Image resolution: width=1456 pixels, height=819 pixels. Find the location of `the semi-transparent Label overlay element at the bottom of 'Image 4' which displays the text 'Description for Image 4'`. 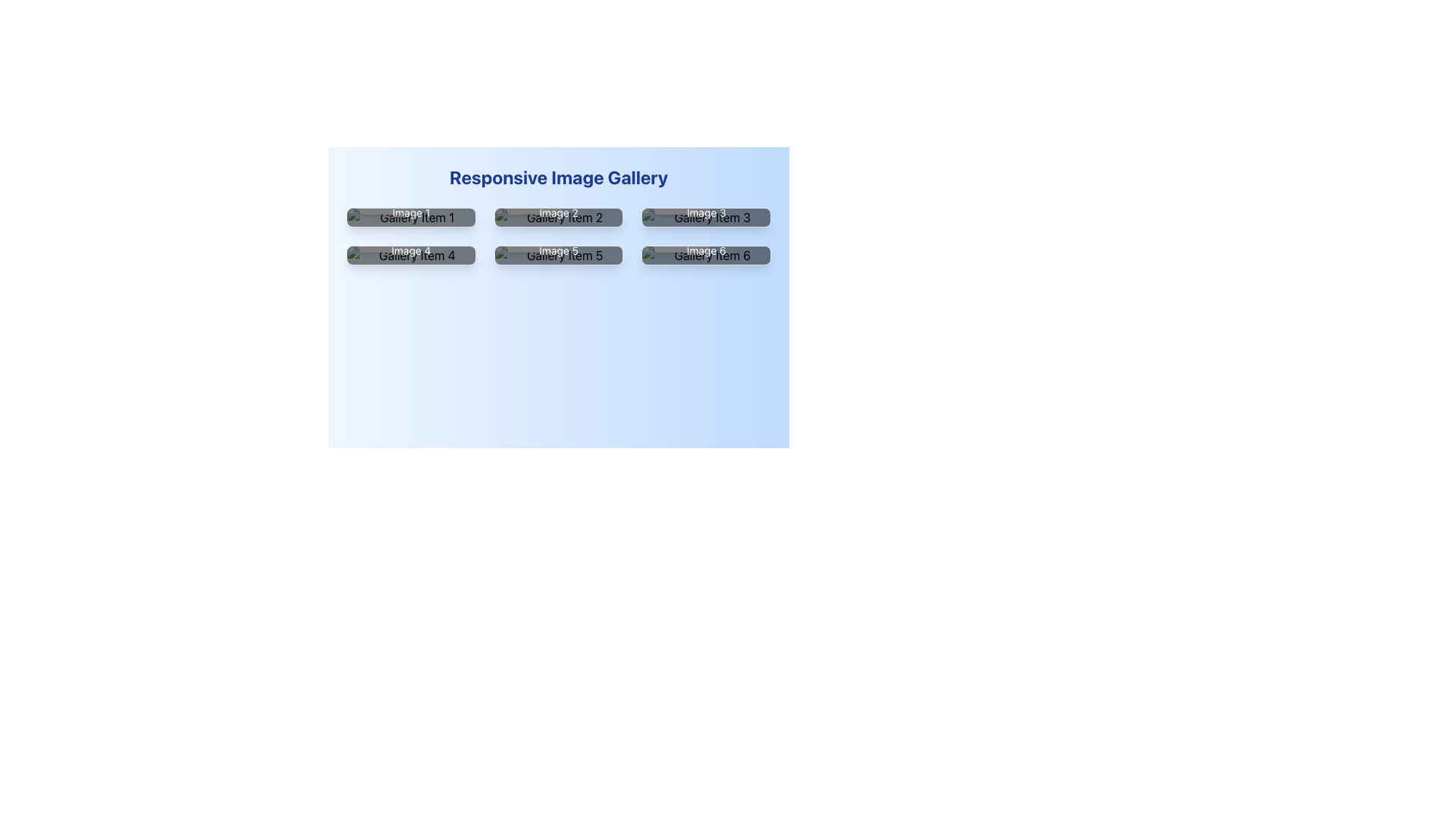

the semi-transparent Label overlay element at the bottom of 'Image 4' which displays the text 'Description for Image 4' is located at coordinates (411, 242).